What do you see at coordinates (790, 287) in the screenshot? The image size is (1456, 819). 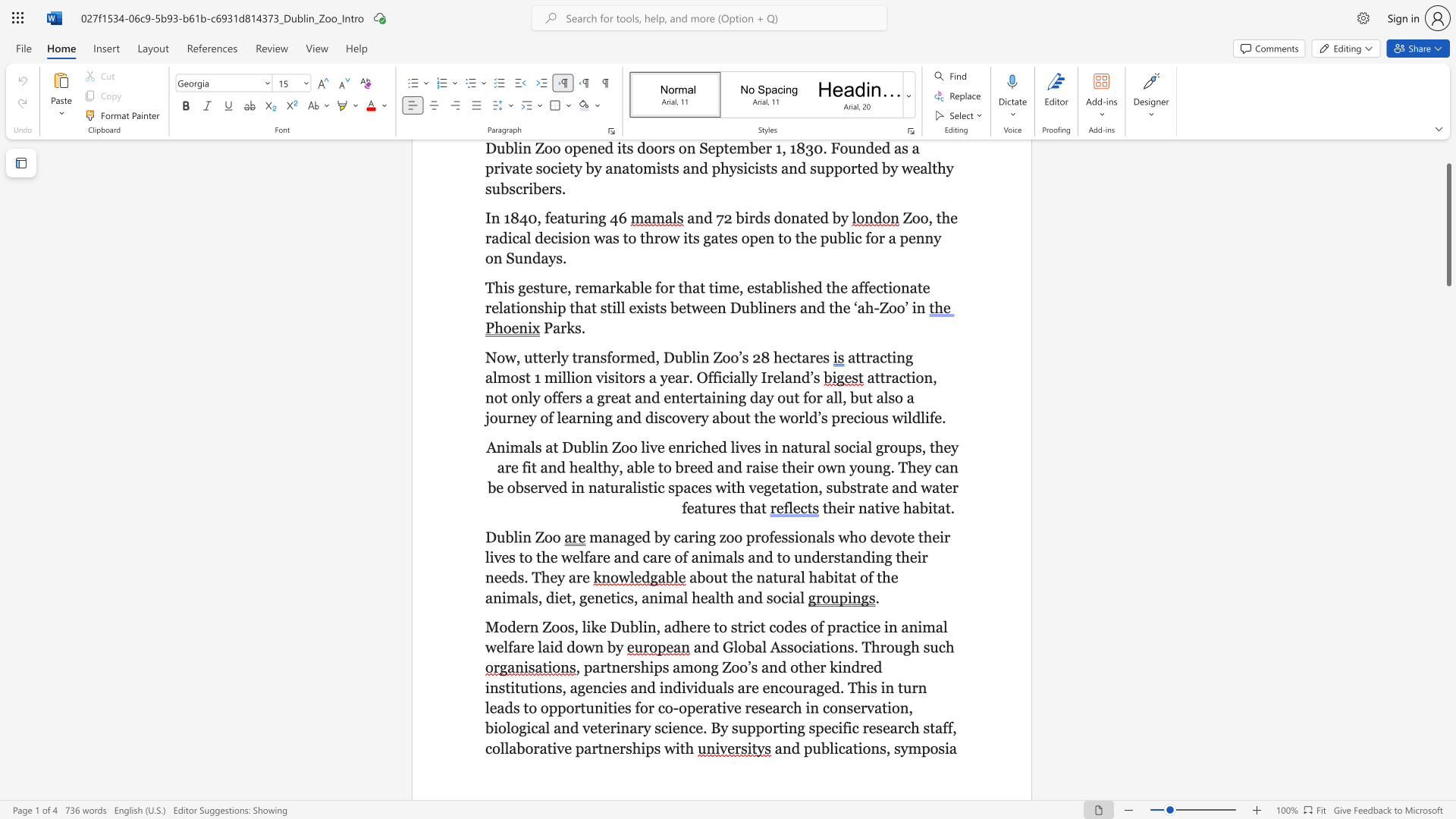 I see `the subset text "she" within the text "established"` at bounding box center [790, 287].